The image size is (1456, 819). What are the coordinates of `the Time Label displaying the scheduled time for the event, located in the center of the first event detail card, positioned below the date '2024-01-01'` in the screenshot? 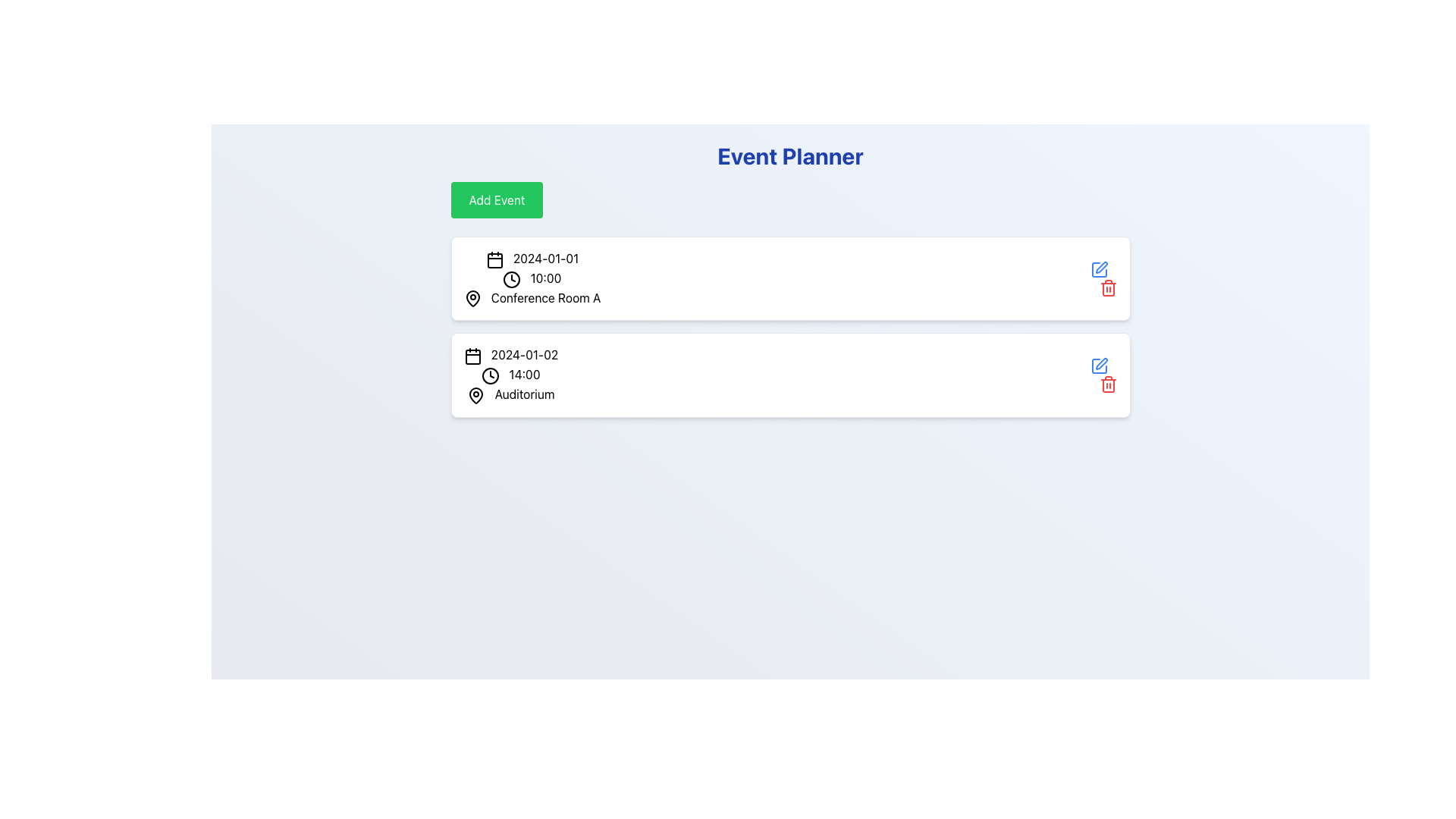 It's located at (532, 278).